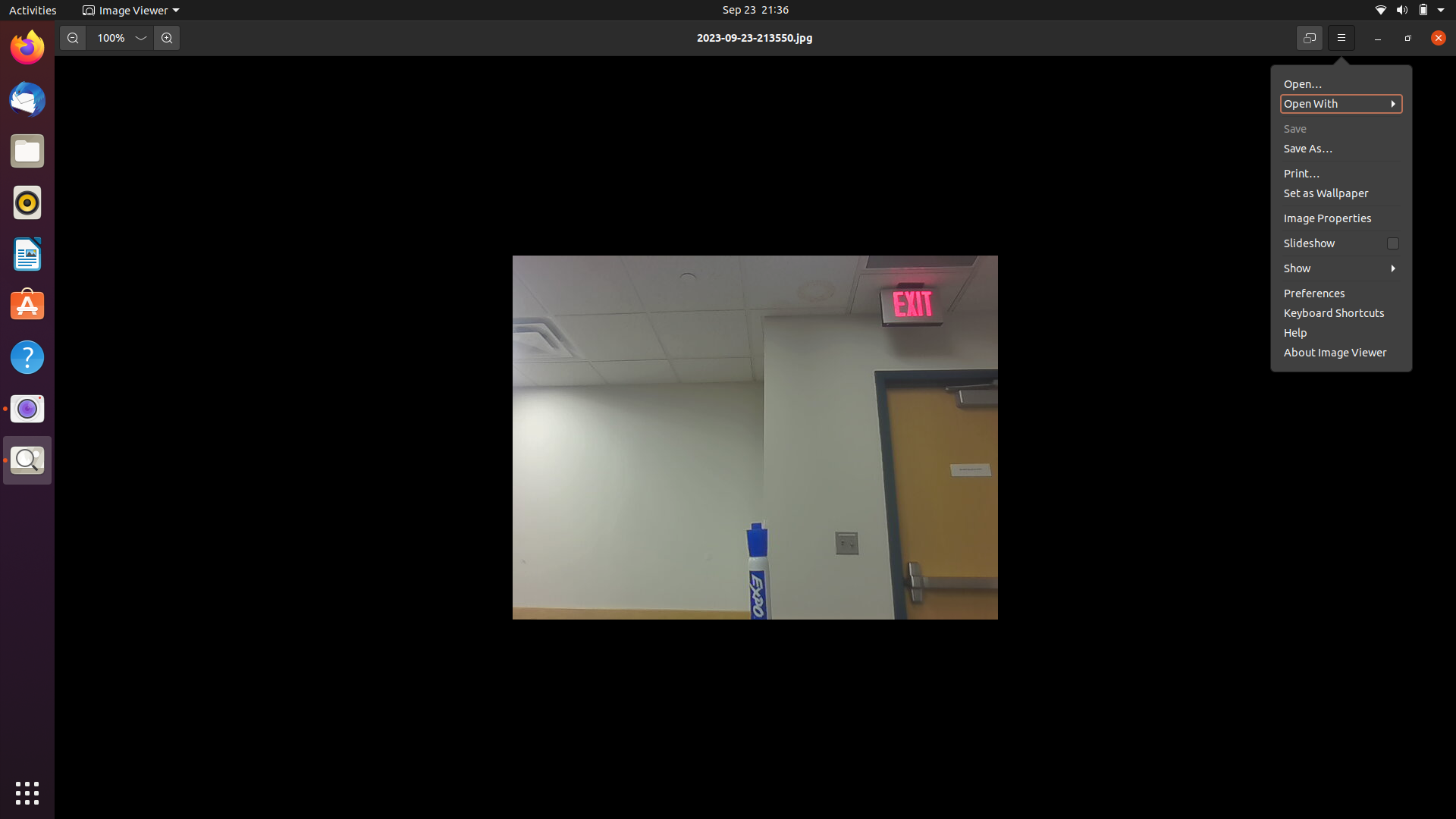  What do you see at coordinates (1335, 350) in the screenshot?
I see `Update the configuration of the image viewer` at bounding box center [1335, 350].